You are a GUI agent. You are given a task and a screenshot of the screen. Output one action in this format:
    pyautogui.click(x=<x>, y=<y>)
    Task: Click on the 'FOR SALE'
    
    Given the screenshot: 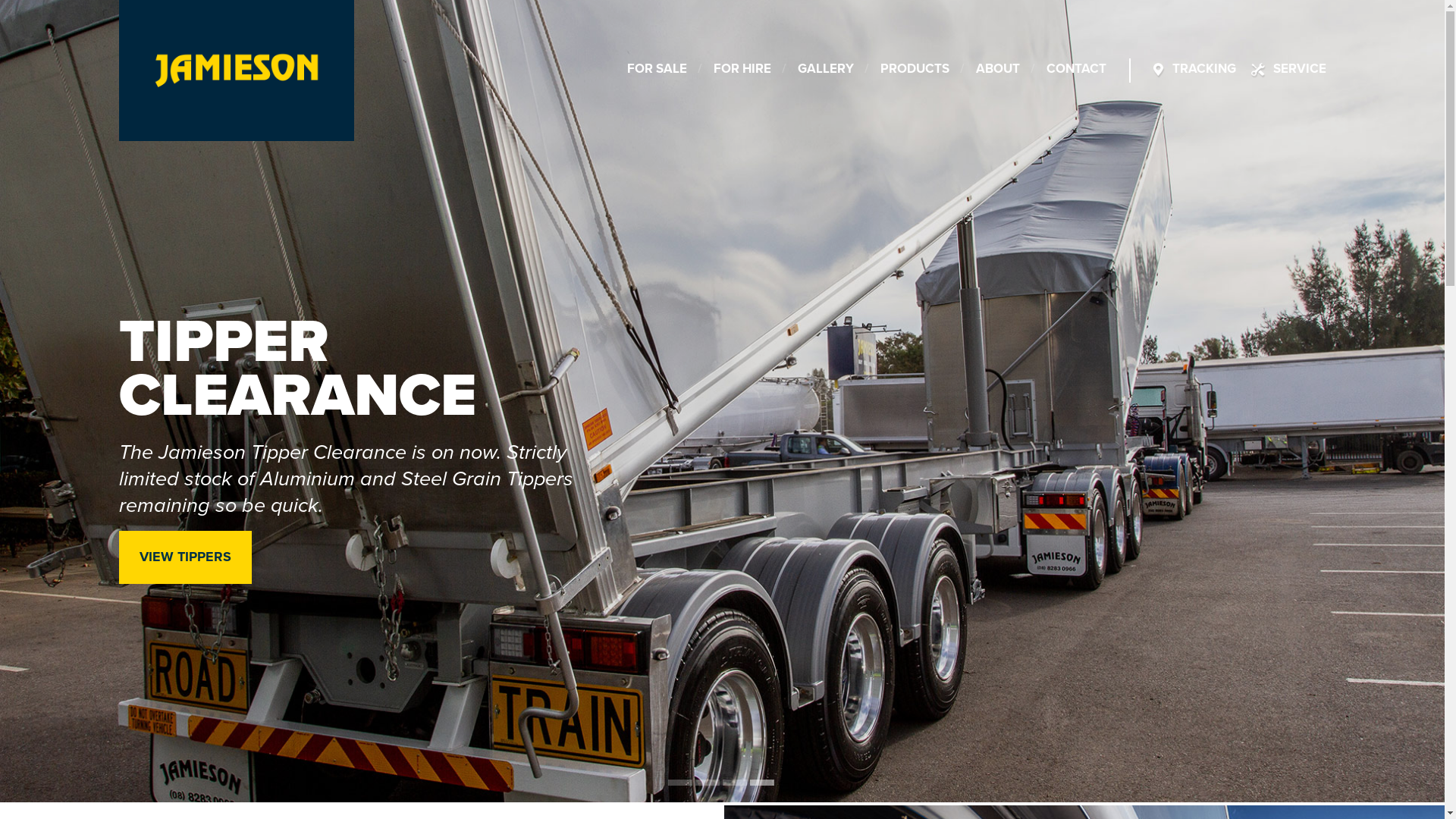 What is the action you would take?
    pyautogui.click(x=657, y=70)
    